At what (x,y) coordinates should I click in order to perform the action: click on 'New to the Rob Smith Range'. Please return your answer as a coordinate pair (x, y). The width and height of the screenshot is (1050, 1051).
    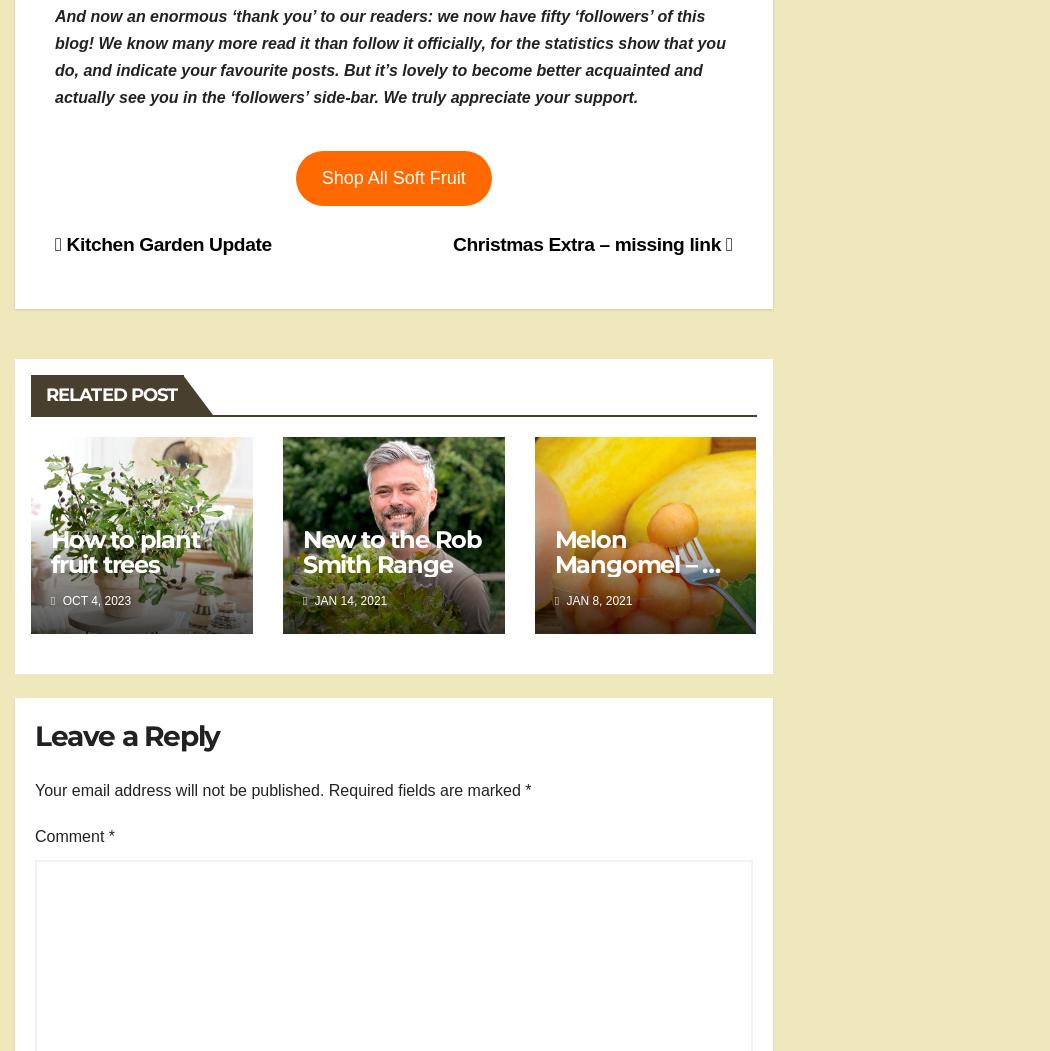
    Looking at the image, I should click on (301, 550).